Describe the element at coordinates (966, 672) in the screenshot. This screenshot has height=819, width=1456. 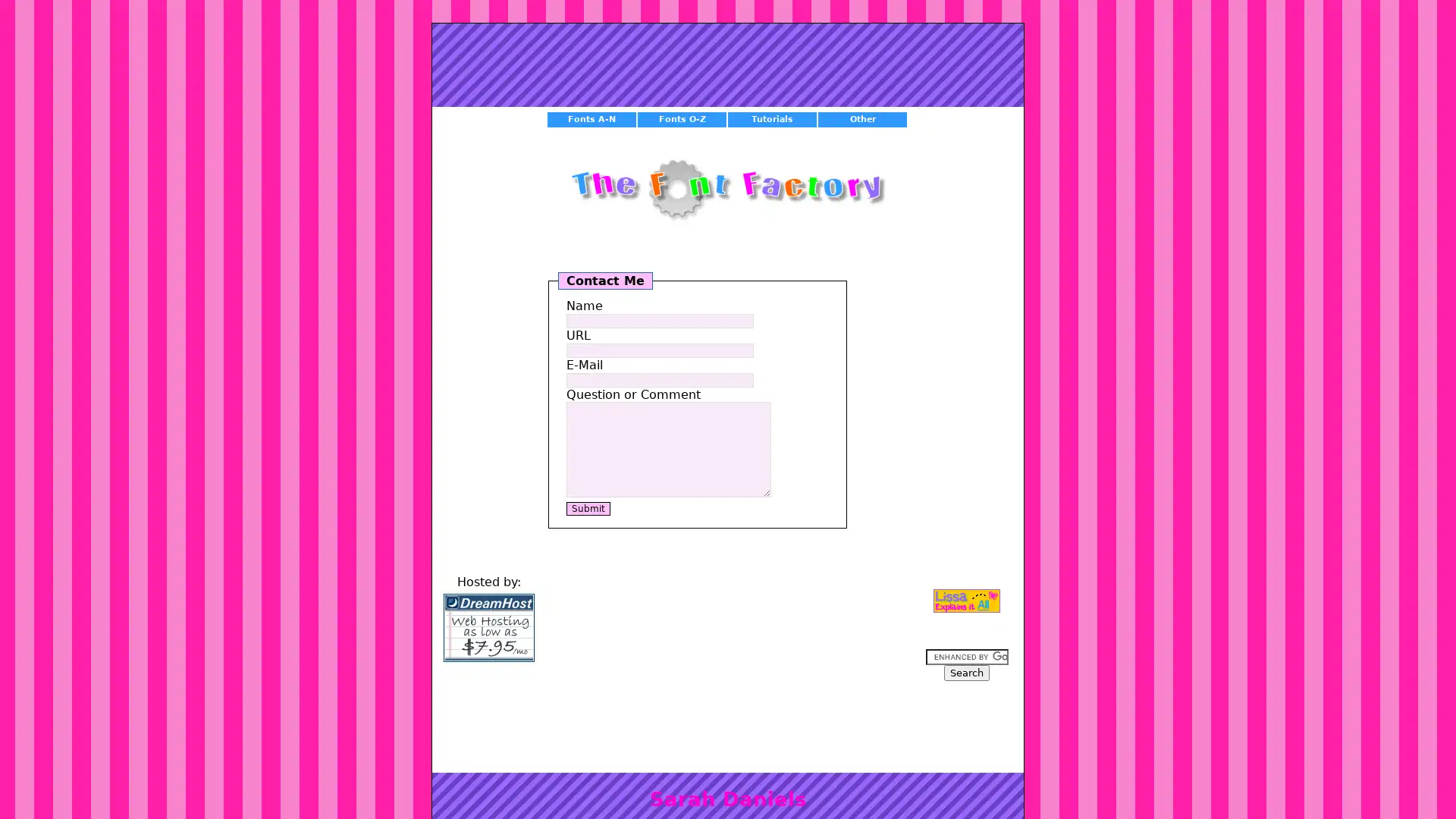
I see `Search` at that location.